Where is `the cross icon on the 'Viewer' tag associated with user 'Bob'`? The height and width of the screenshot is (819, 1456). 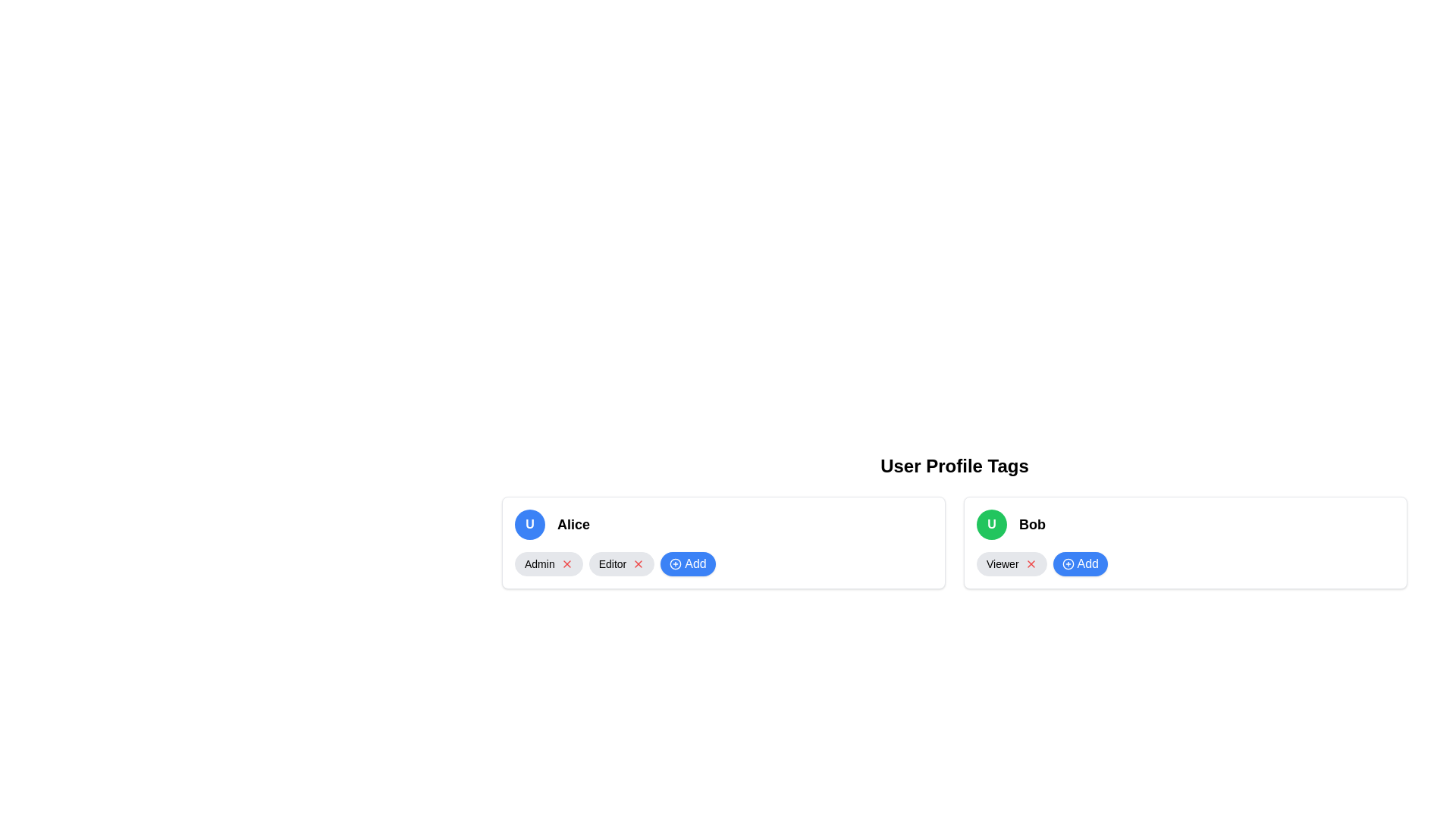 the cross icon on the 'Viewer' tag associated with user 'Bob' is located at coordinates (1012, 564).